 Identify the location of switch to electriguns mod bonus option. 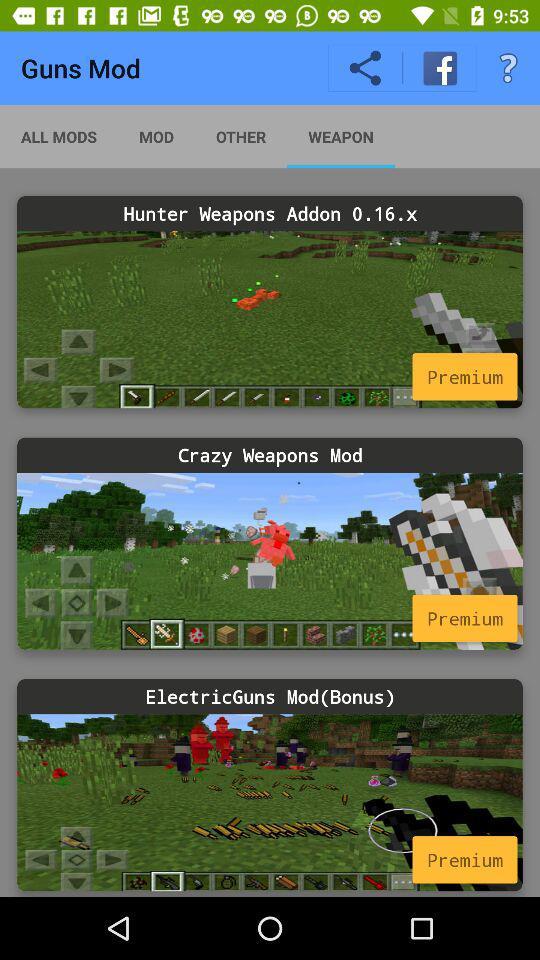
(270, 802).